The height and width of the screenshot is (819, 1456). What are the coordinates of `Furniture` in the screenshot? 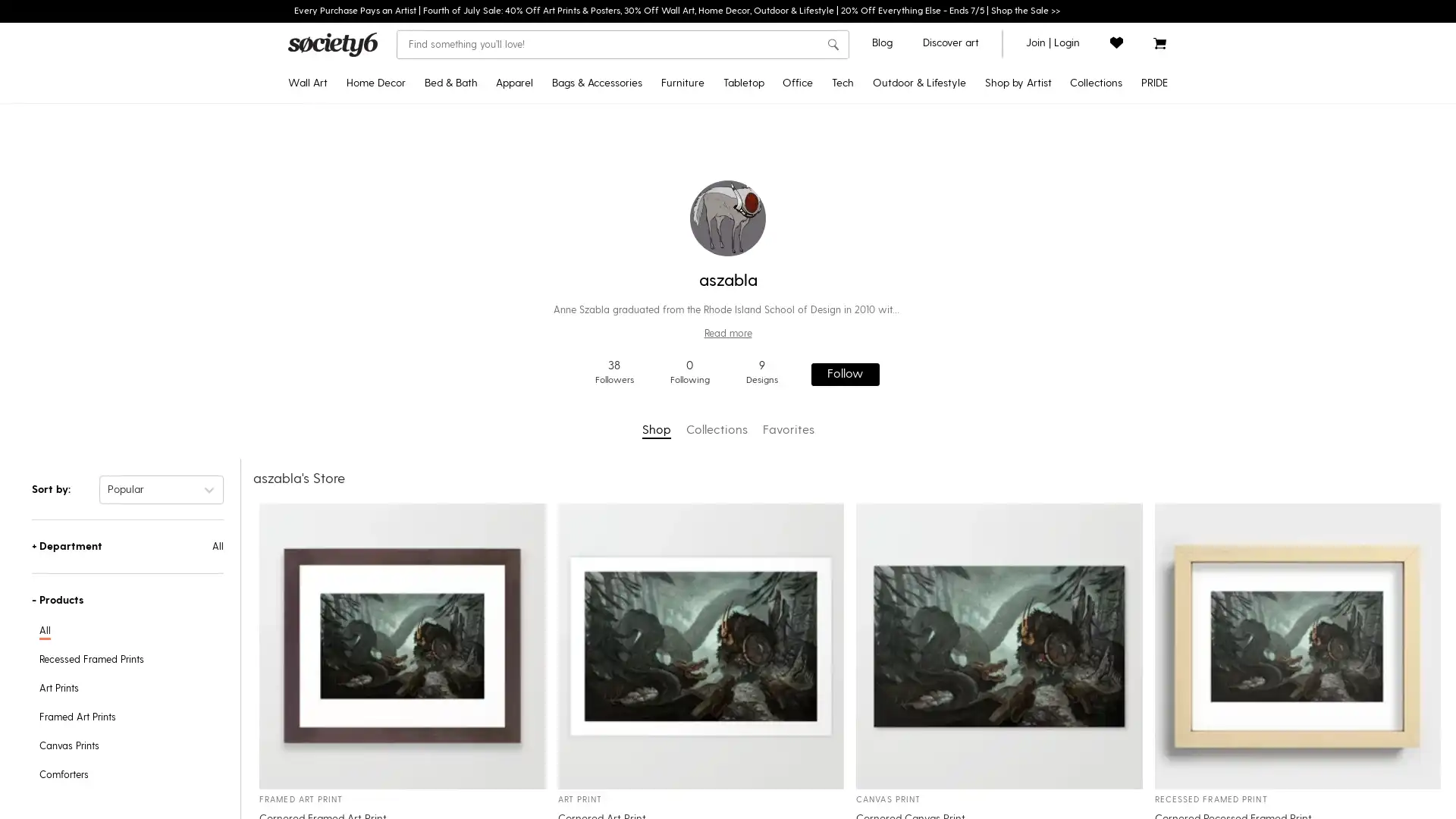 It's located at (681, 83).